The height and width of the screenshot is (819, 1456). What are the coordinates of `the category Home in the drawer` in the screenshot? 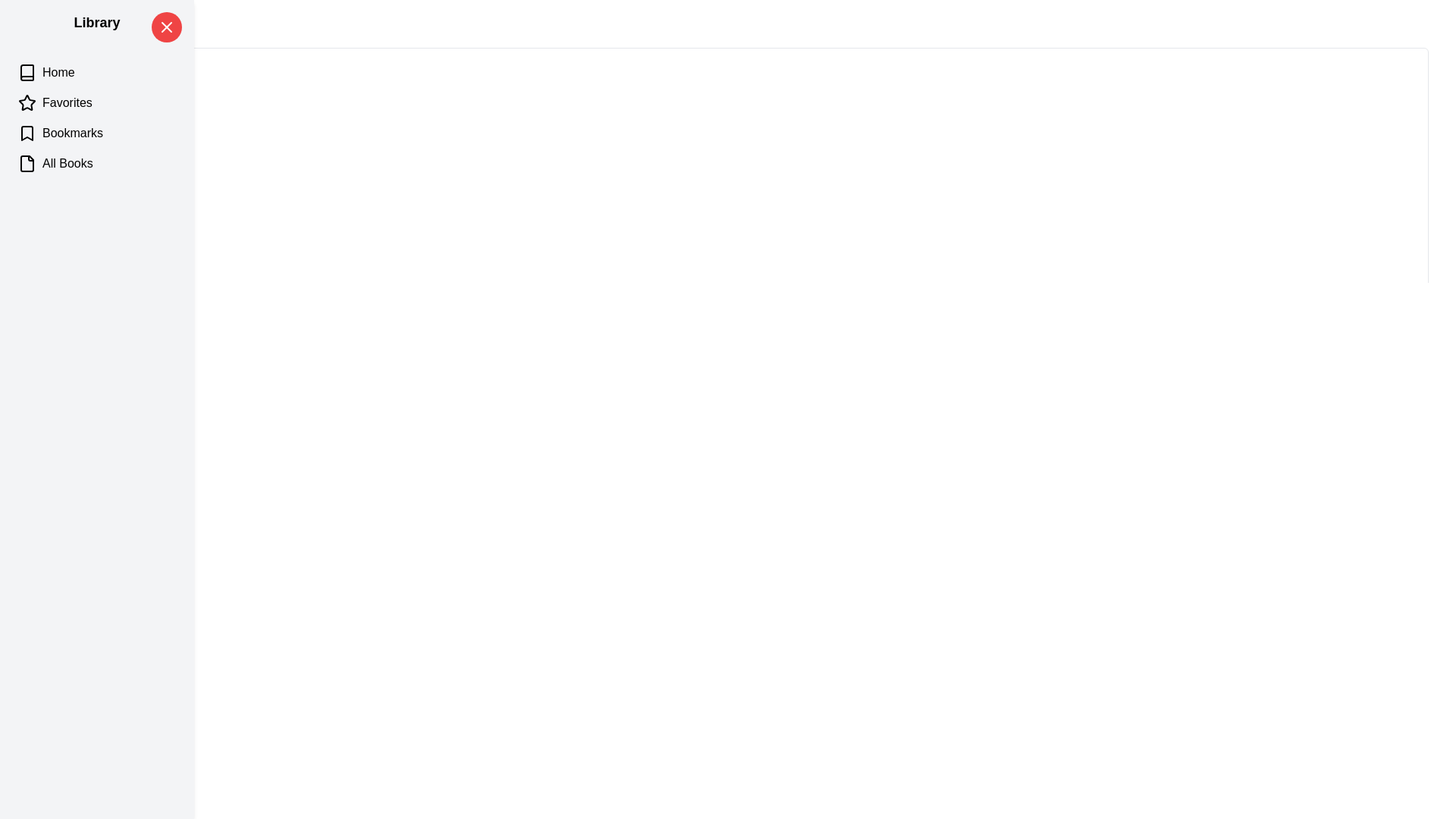 It's located at (96, 73).